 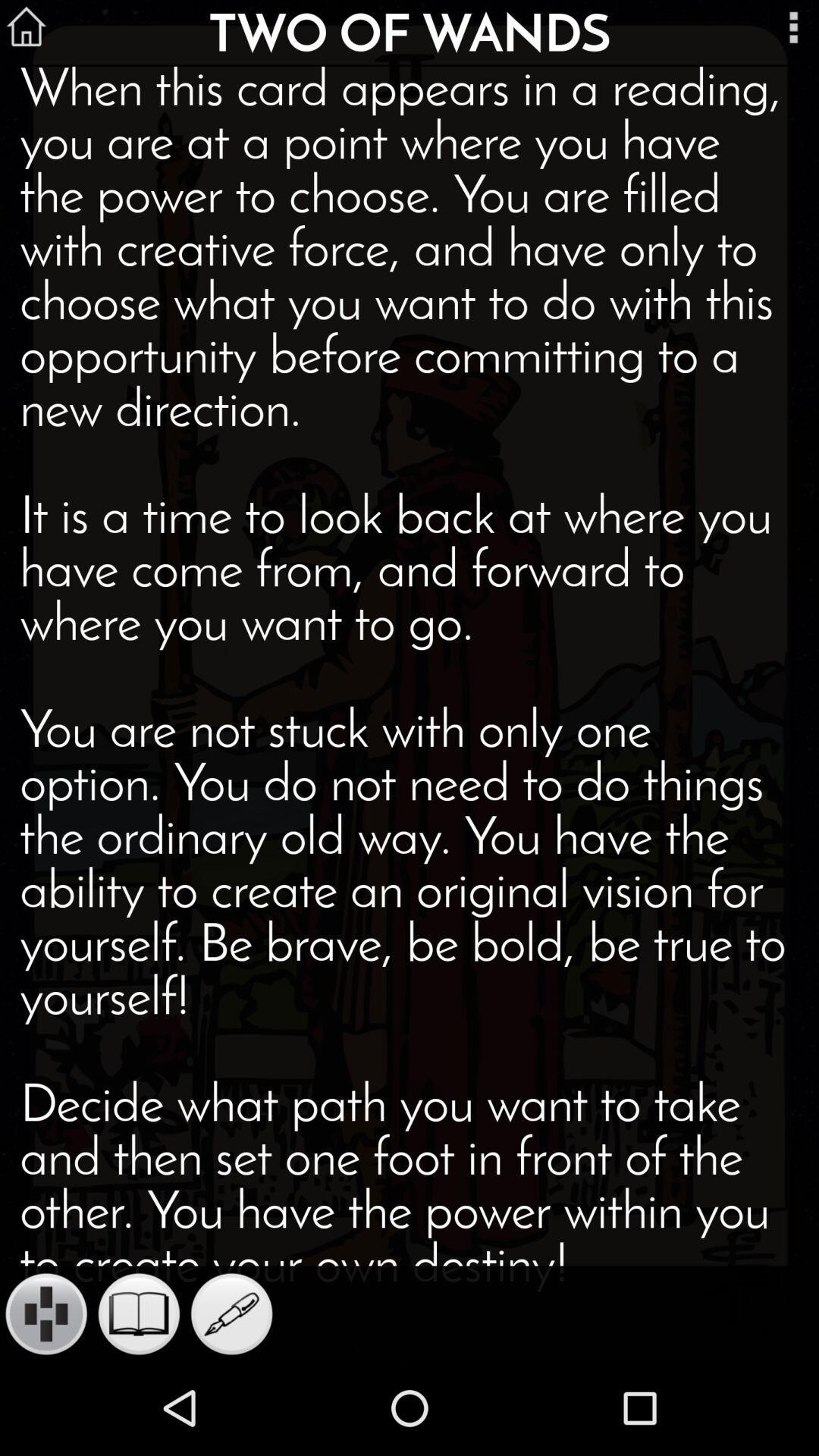 What do you see at coordinates (792, 28) in the screenshot?
I see `the more icon` at bounding box center [792, 28].